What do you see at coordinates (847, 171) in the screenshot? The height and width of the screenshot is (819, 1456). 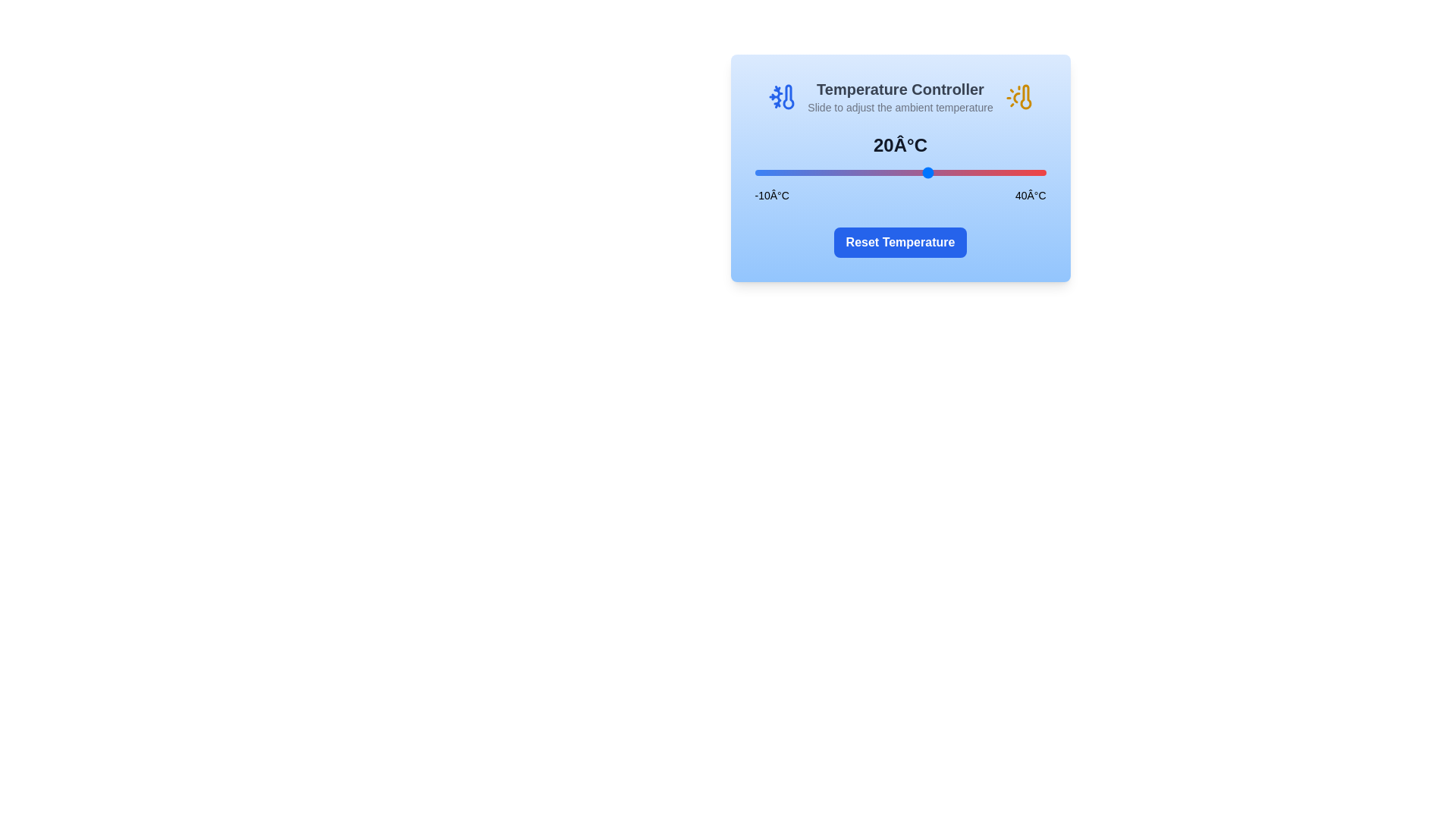 I see `the temperature` at bounding box center [847, 171].